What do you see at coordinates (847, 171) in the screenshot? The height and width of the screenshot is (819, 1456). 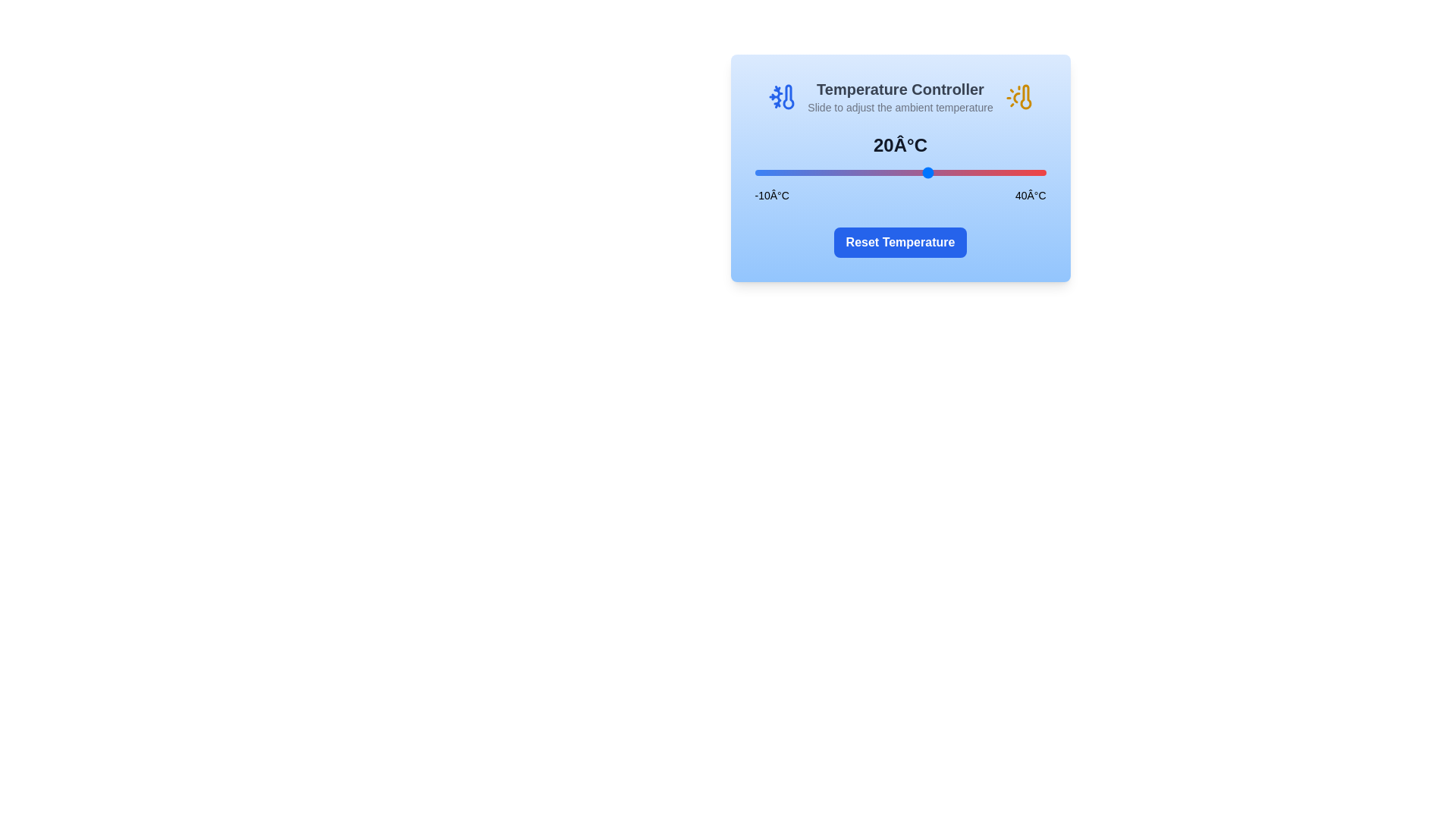 I see `the temperature` at bounding box center [847, 171].